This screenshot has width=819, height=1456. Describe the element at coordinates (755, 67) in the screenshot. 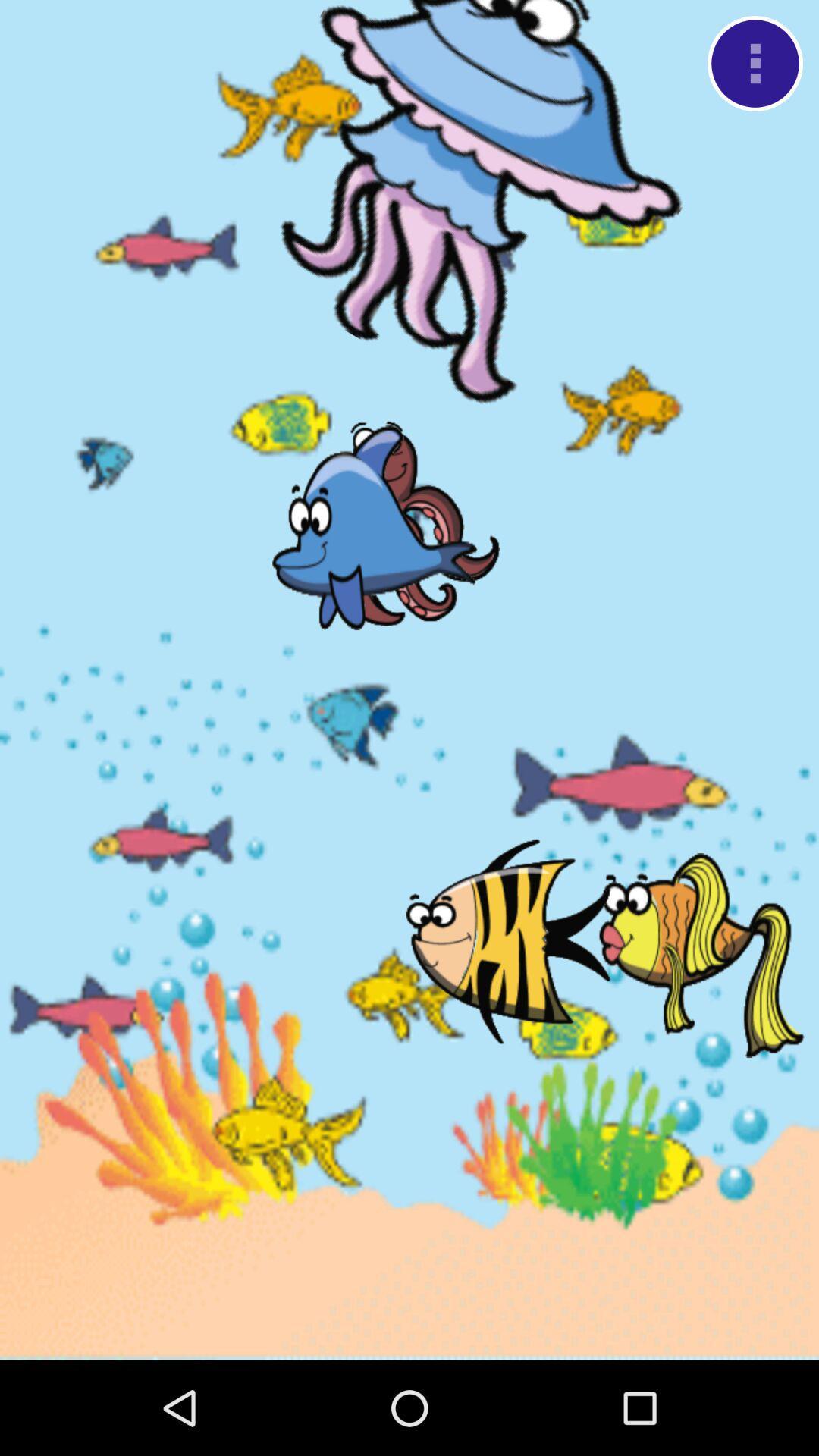

I see `the more icon` at that location.